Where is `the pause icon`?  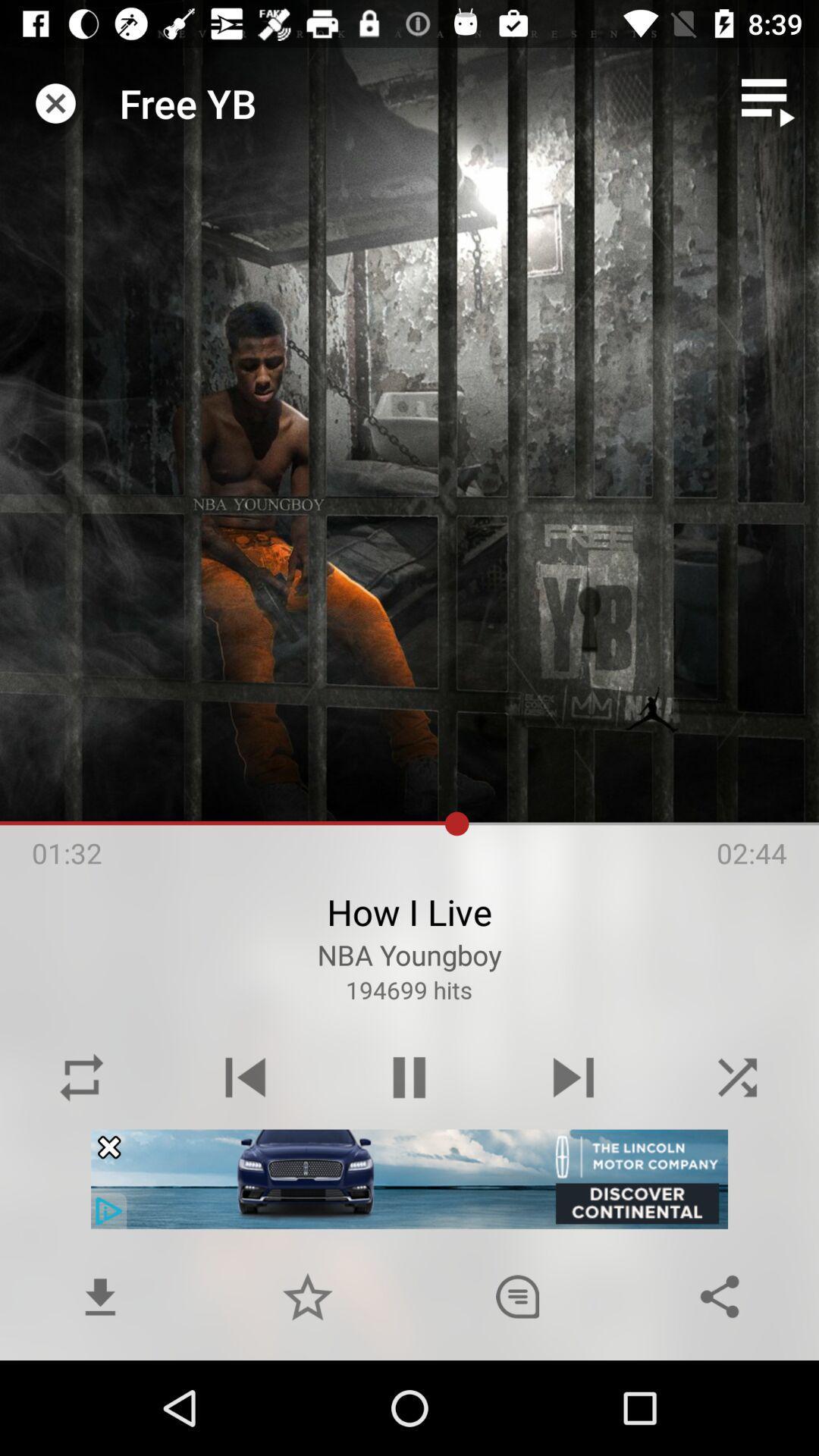
the pause icon is located at coordinates (409, 1077).